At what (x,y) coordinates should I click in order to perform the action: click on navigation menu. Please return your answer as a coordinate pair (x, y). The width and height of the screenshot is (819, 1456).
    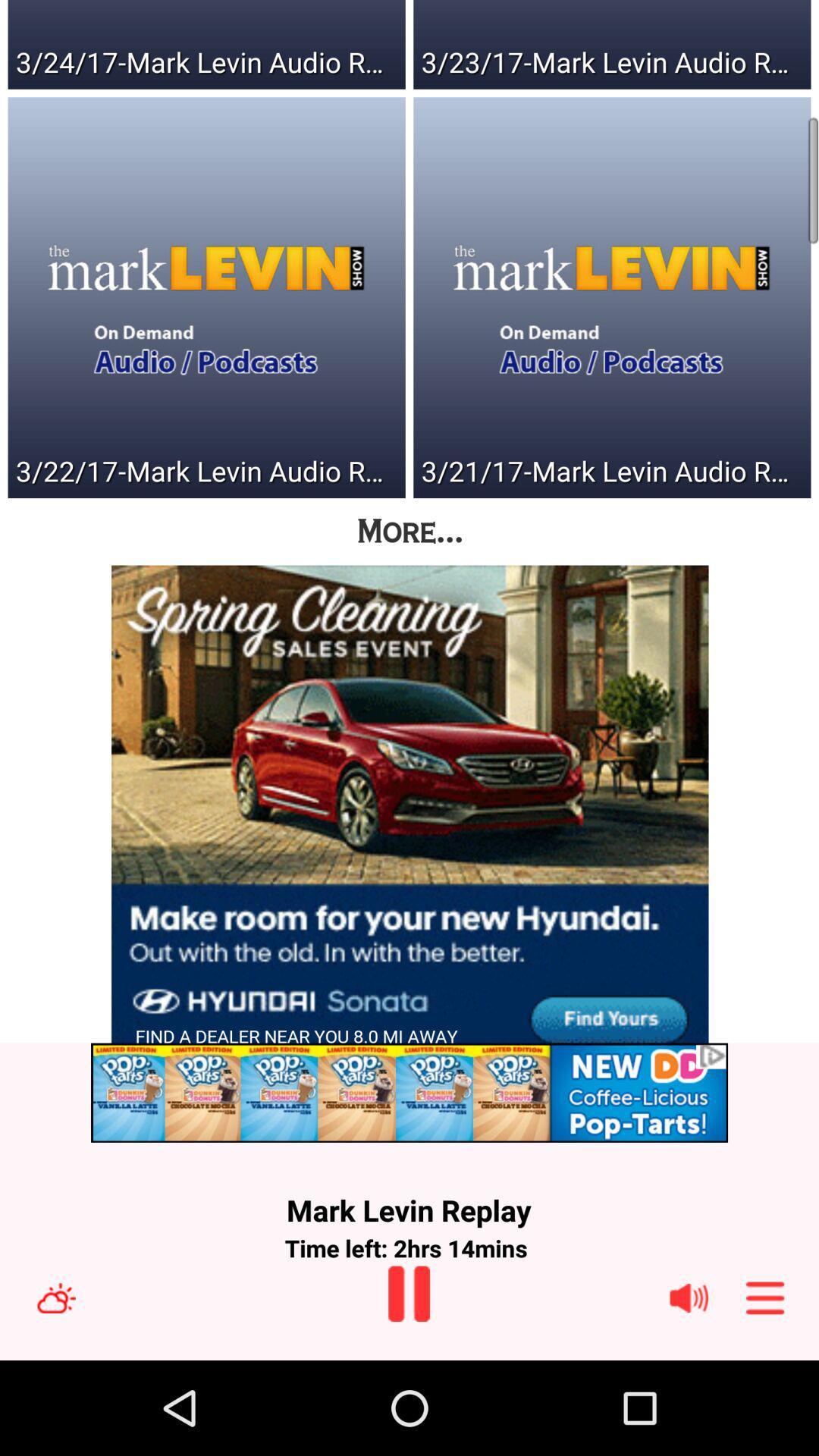
    Looking at the image, I should click on (765, 1297).